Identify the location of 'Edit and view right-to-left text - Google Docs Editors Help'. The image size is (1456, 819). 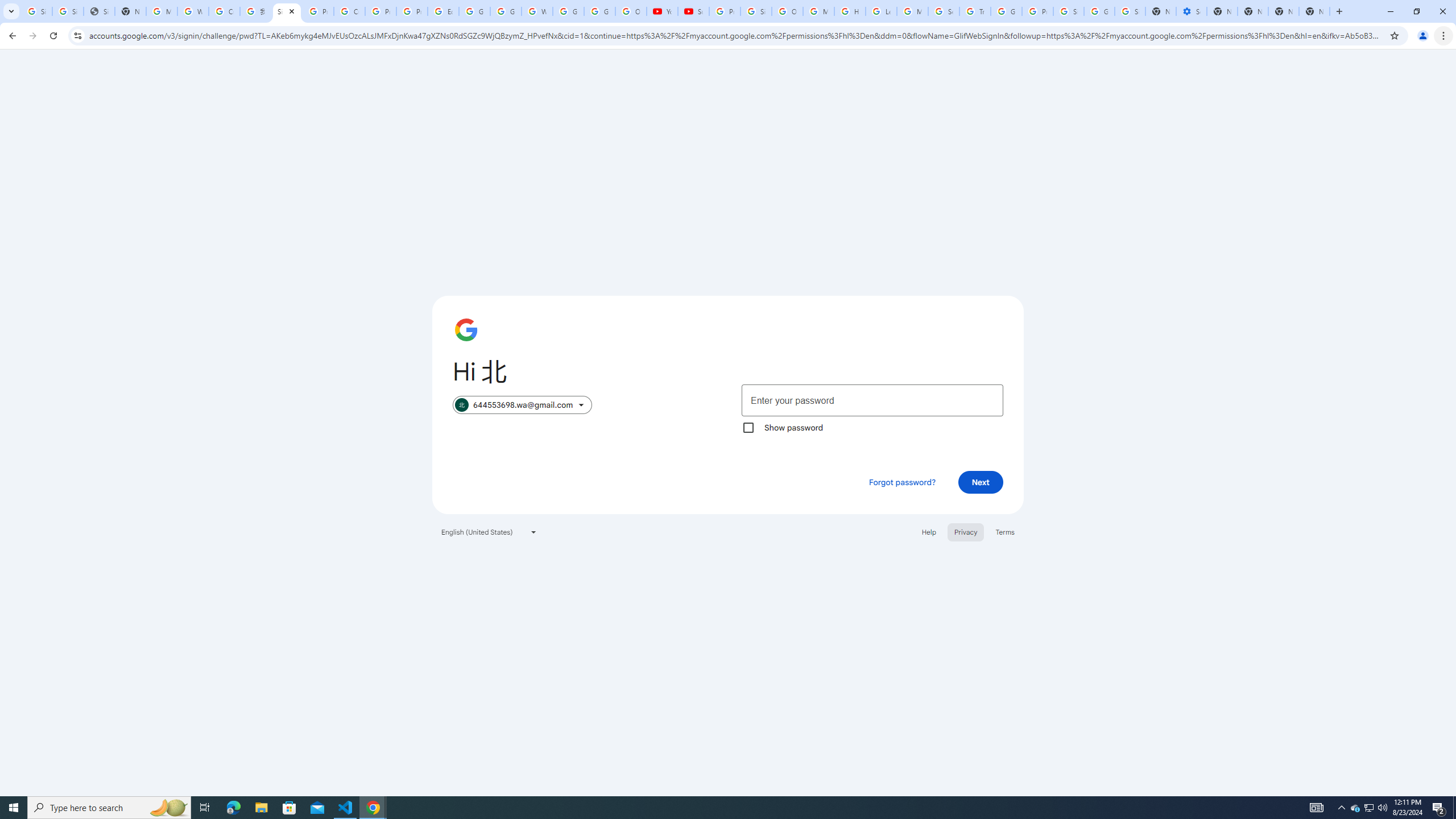
(442, 11).